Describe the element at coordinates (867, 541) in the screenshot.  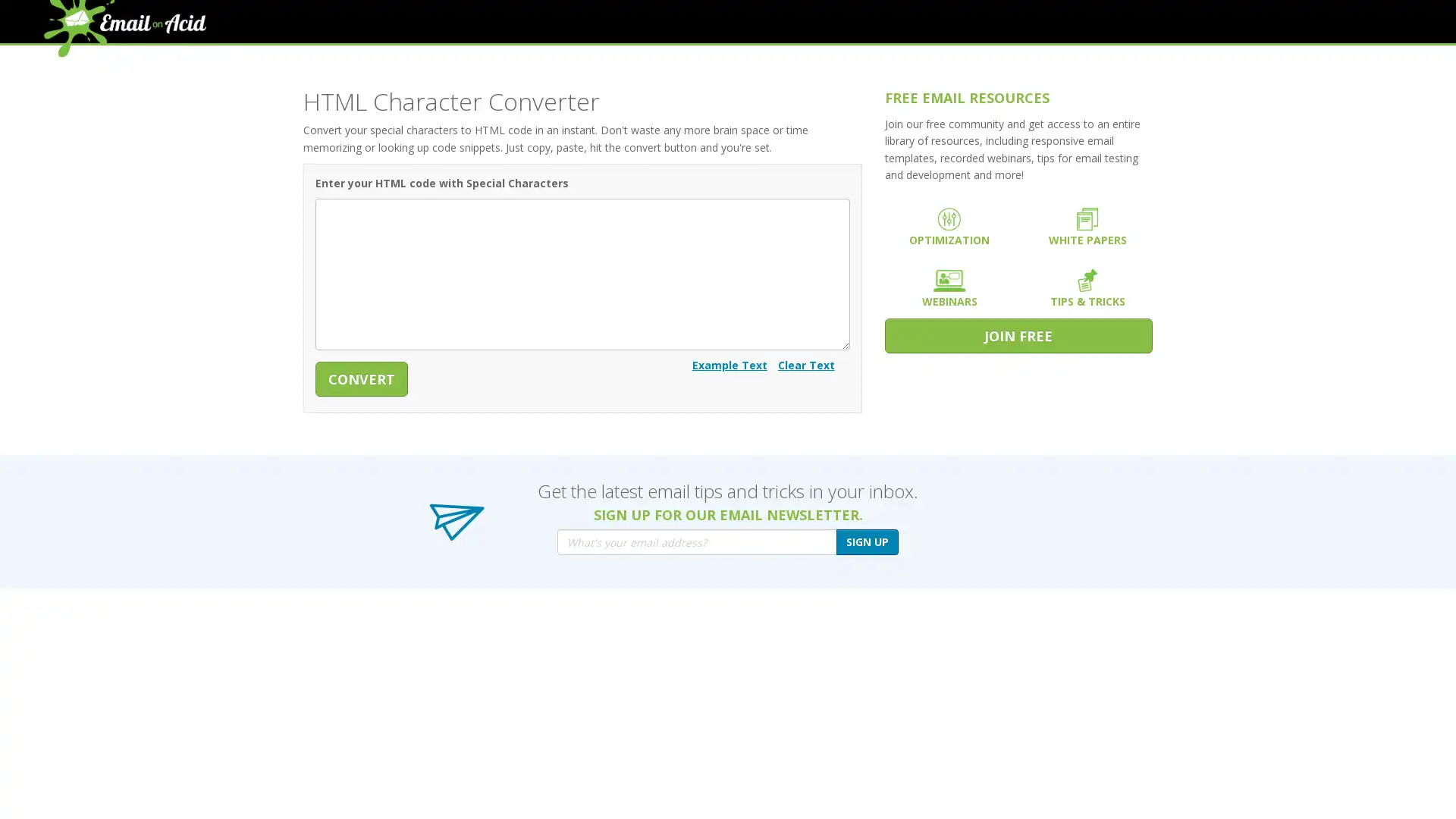
I see `SIGN UP` at that location.